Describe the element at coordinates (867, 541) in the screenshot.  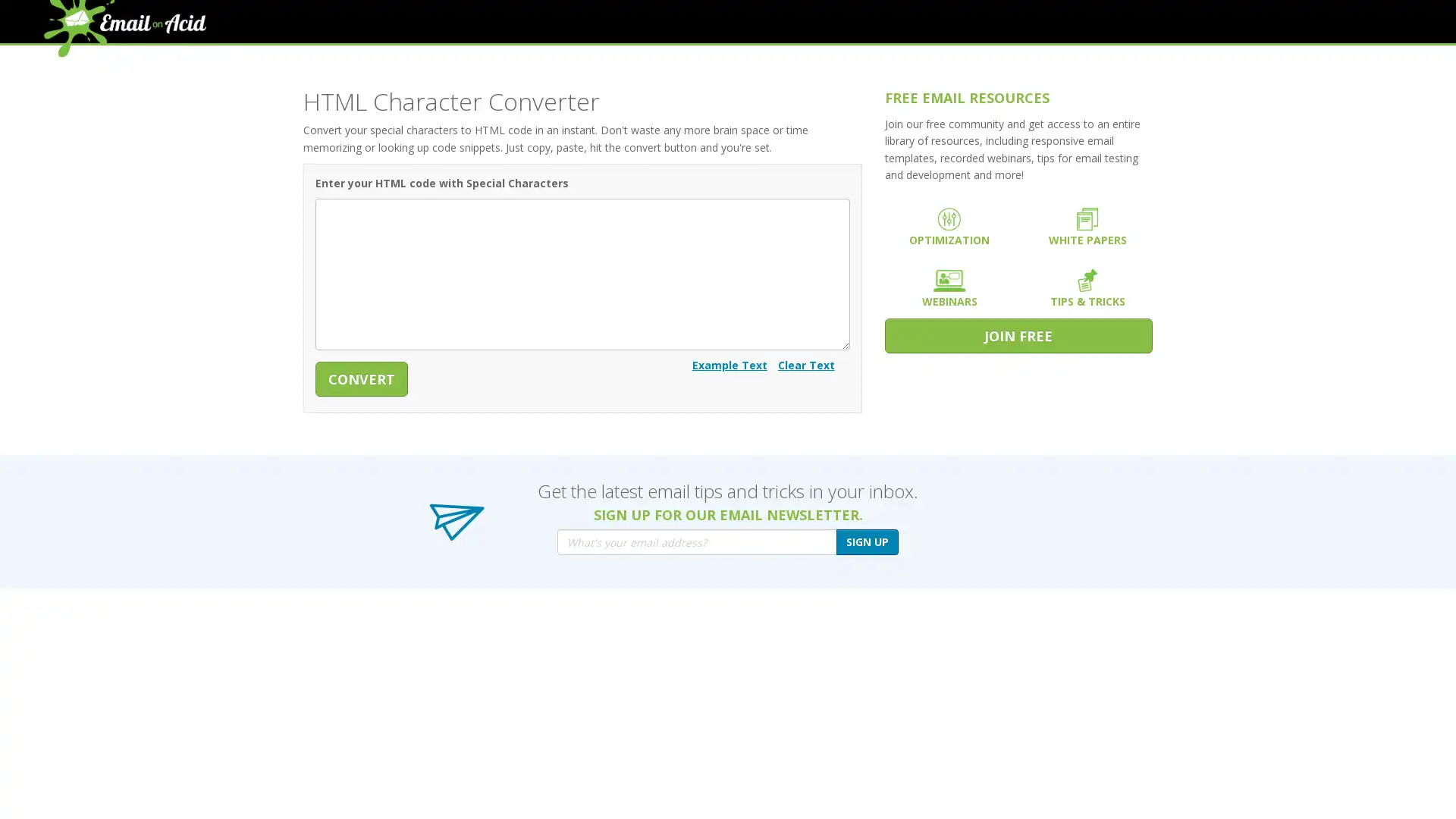
I see `SIGN UP` at that location.